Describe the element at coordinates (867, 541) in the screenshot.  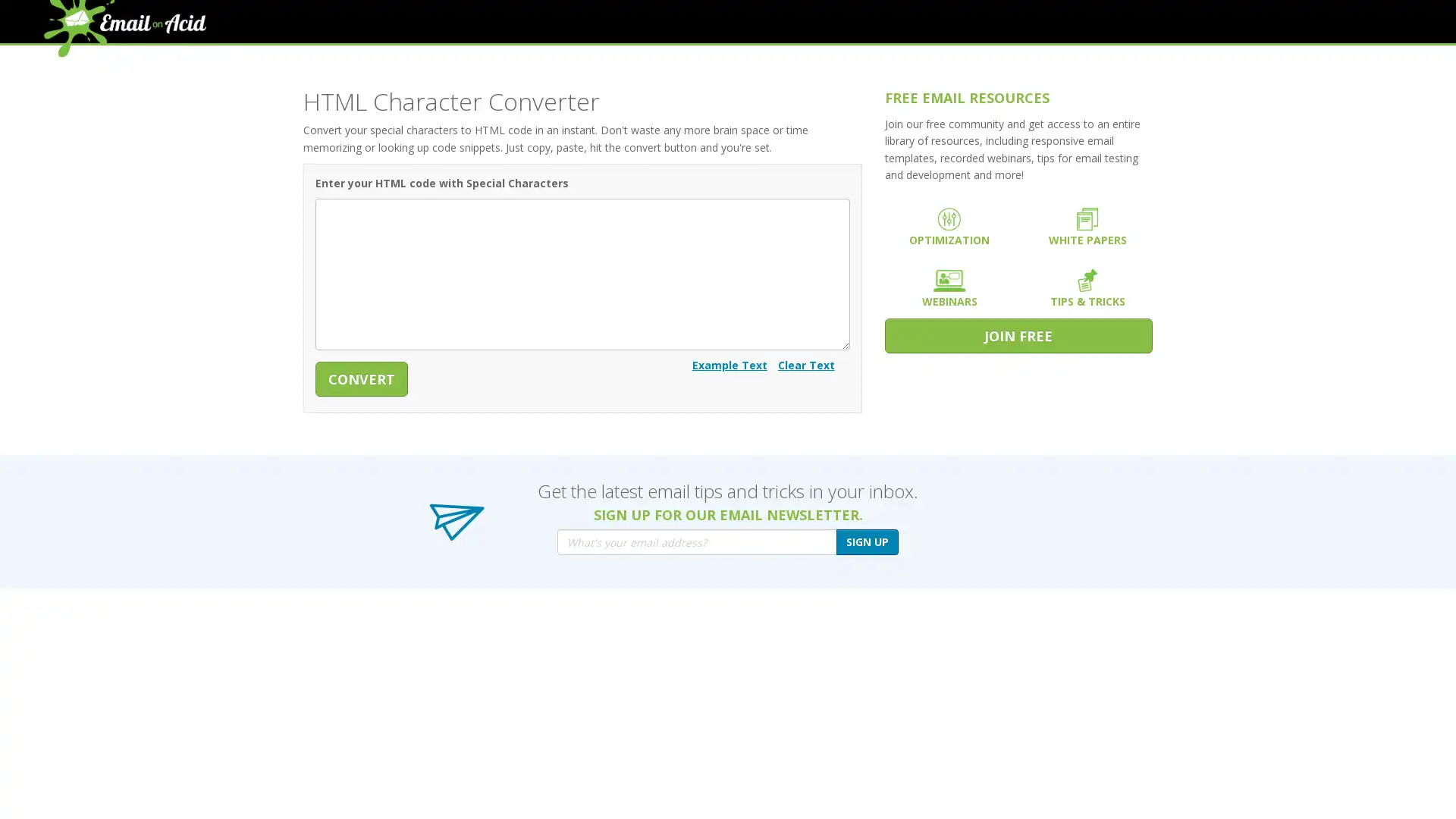
I see `SIGN UP` at that location.